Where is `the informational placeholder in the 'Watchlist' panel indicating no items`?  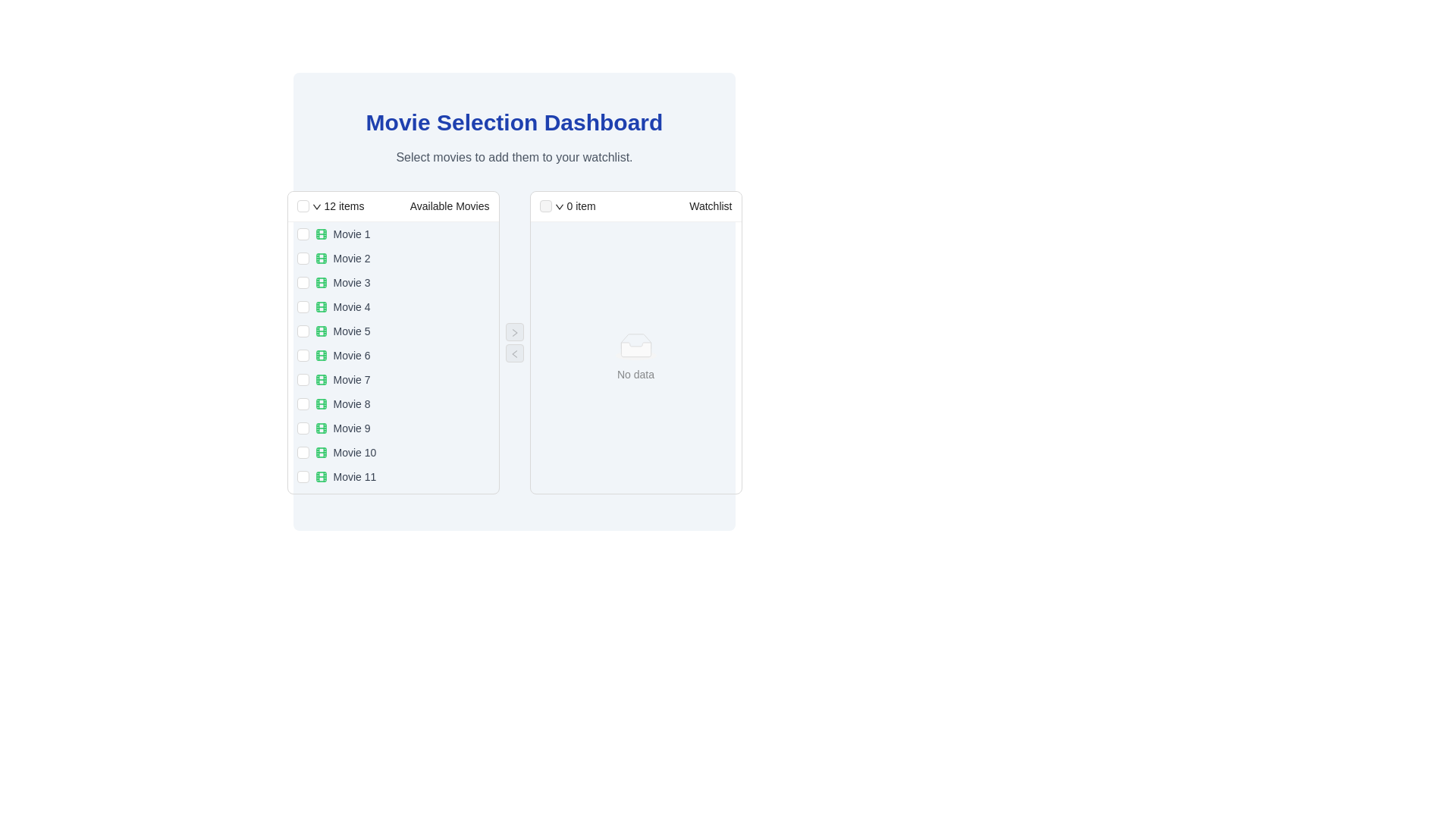
the informational placeholder in the 'Watchlist' panel indicating no items is located at coordinates (635, 357).